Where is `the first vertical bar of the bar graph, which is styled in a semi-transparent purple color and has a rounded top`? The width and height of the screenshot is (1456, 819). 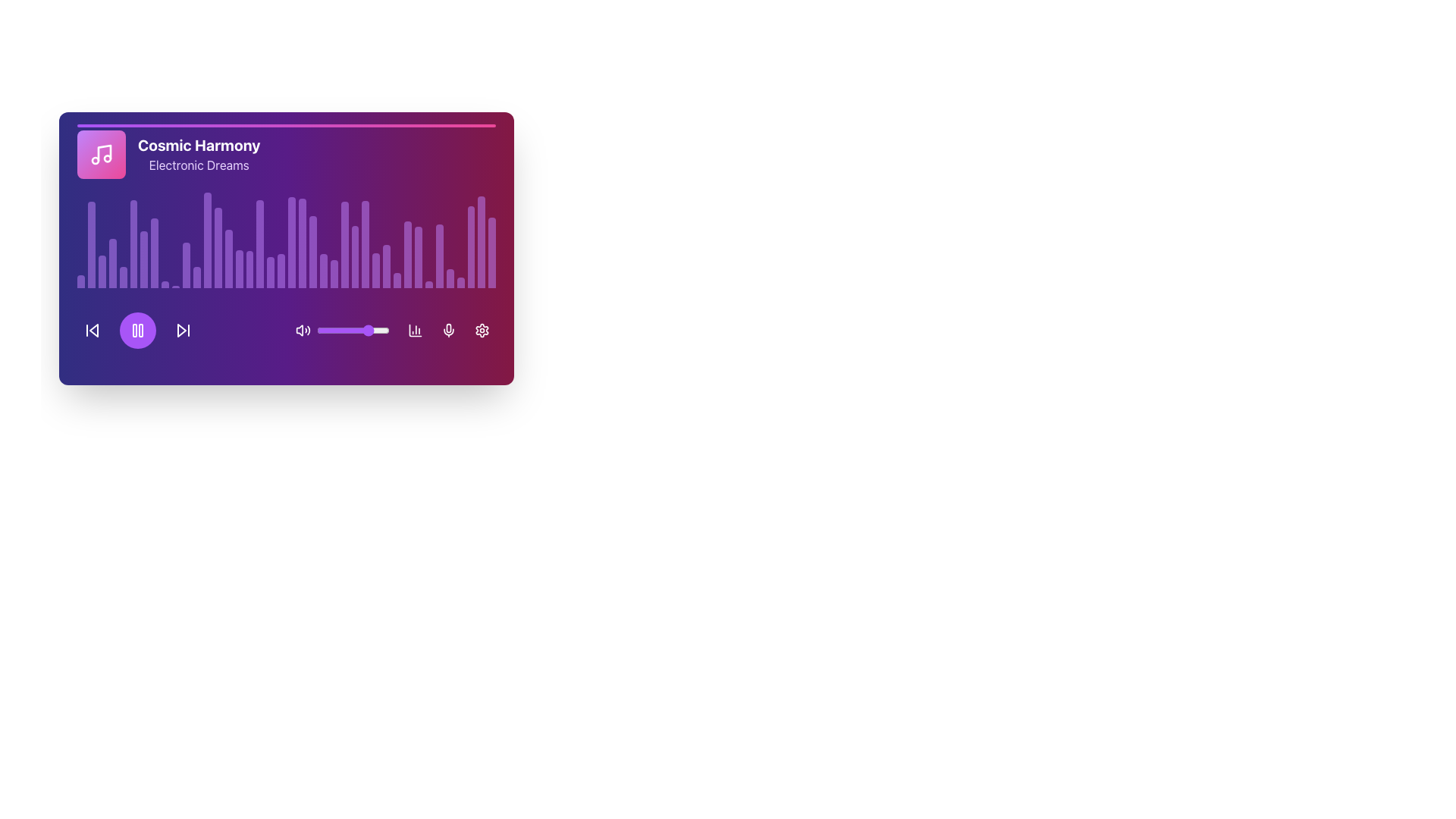
the first vertical bar of the bar graph, which is styled in a semi-transparent purple color and has a rounded top is located at coordinates (80, 281).